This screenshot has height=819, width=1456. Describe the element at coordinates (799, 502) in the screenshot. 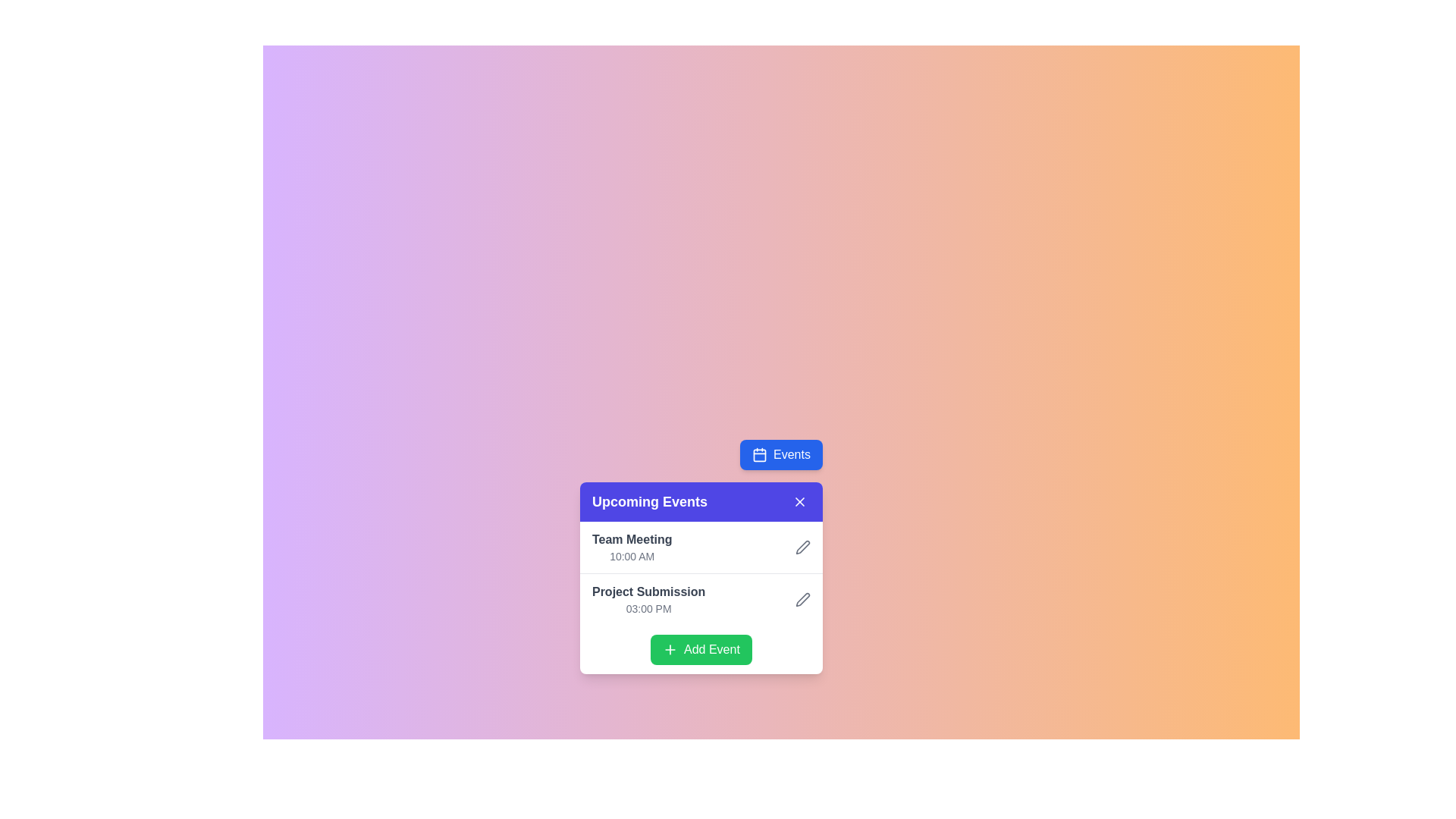

I see `the 'X' shaped close icon located at the top-right corner of the 'Upcoming Events' panel header` at that location.